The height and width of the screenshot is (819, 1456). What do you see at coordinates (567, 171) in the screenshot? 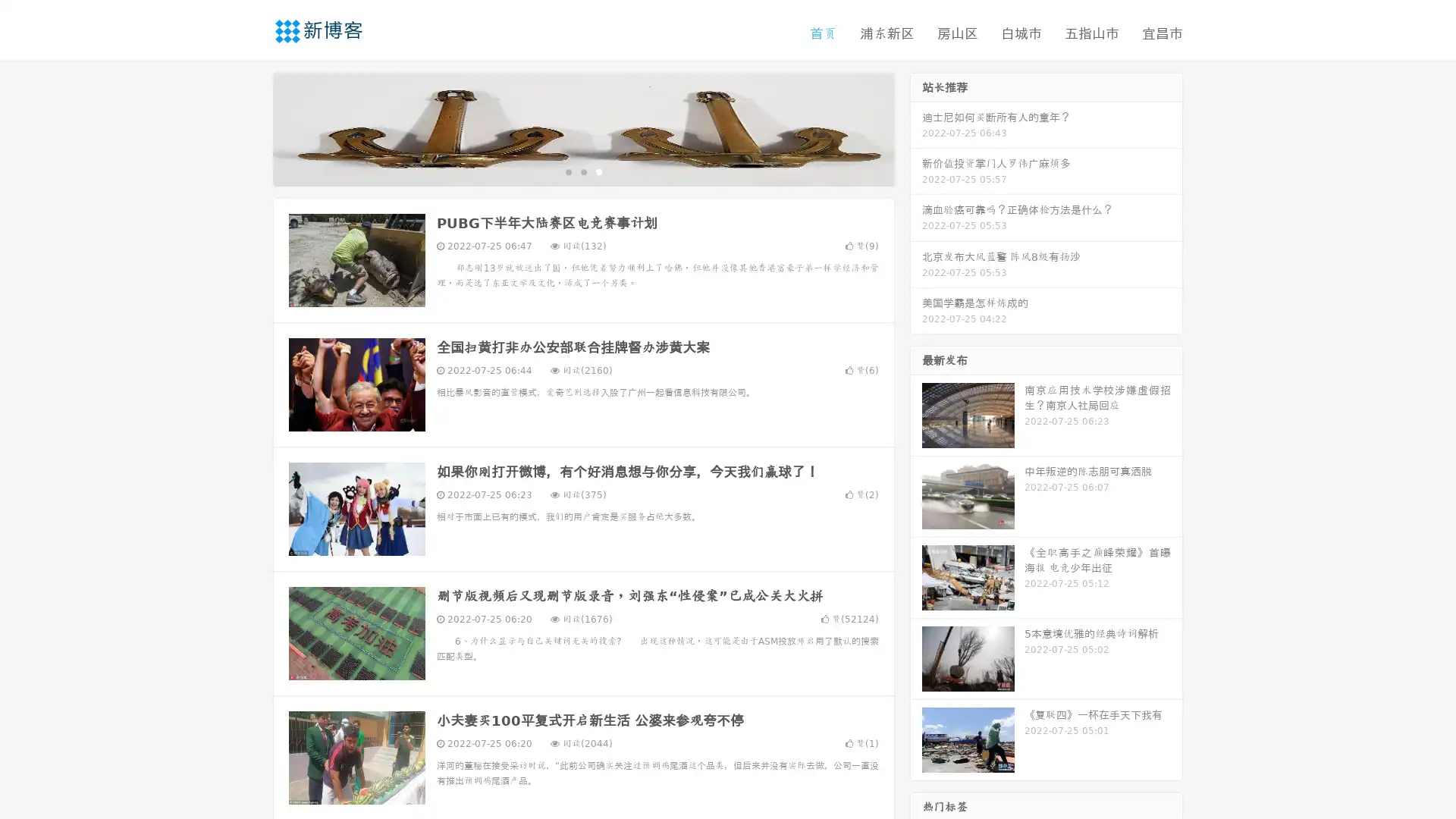
I see `Go to slide 1` at bounding box center [567, 171].